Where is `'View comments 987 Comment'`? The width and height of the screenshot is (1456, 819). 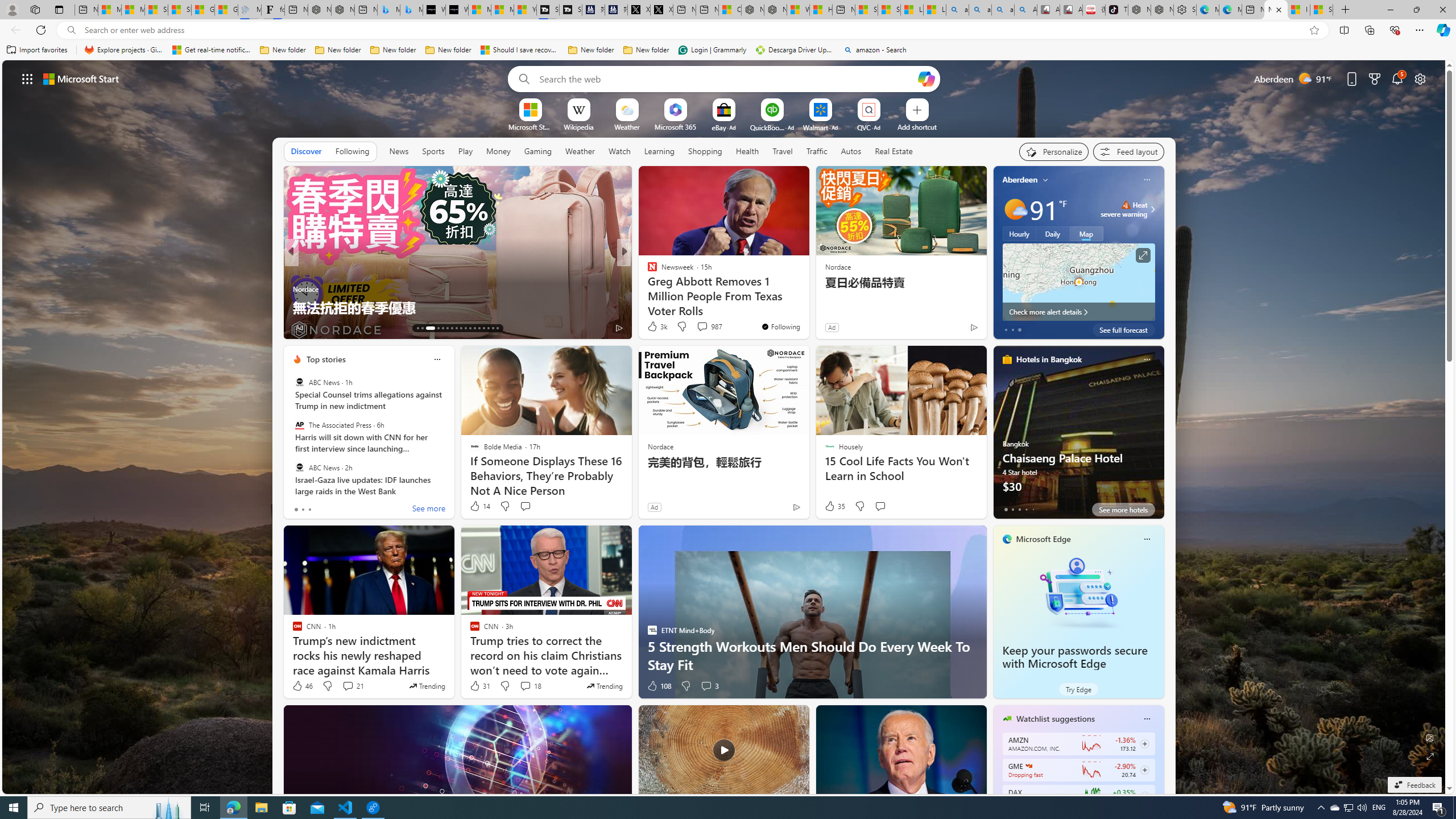
'View comments 987 Comment' is located at coordinates (709, 325).